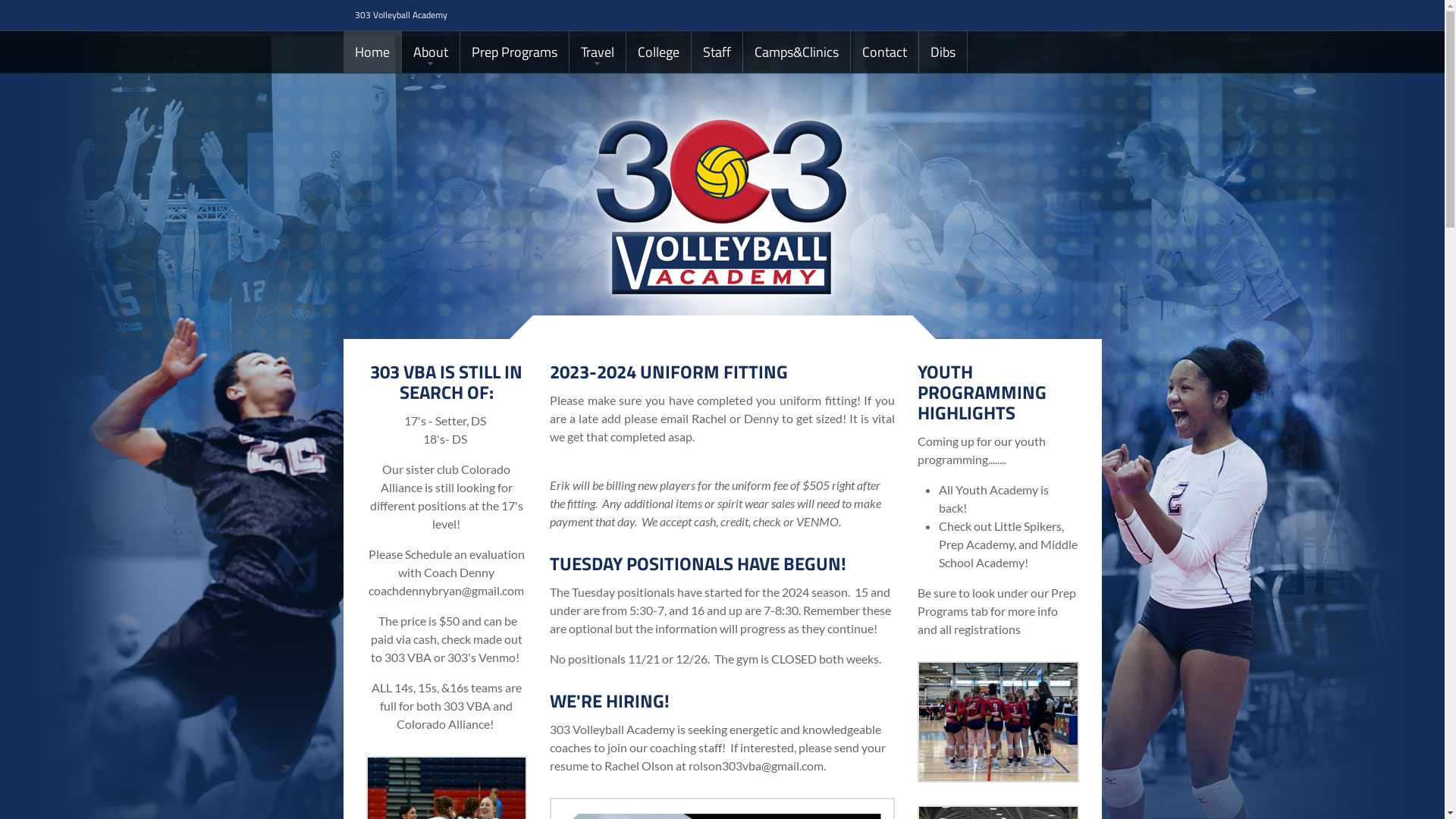  What do you see at coordinates (716, 51) in the screenshot?
I see `'Staff'` at bounding box center [716, 51].